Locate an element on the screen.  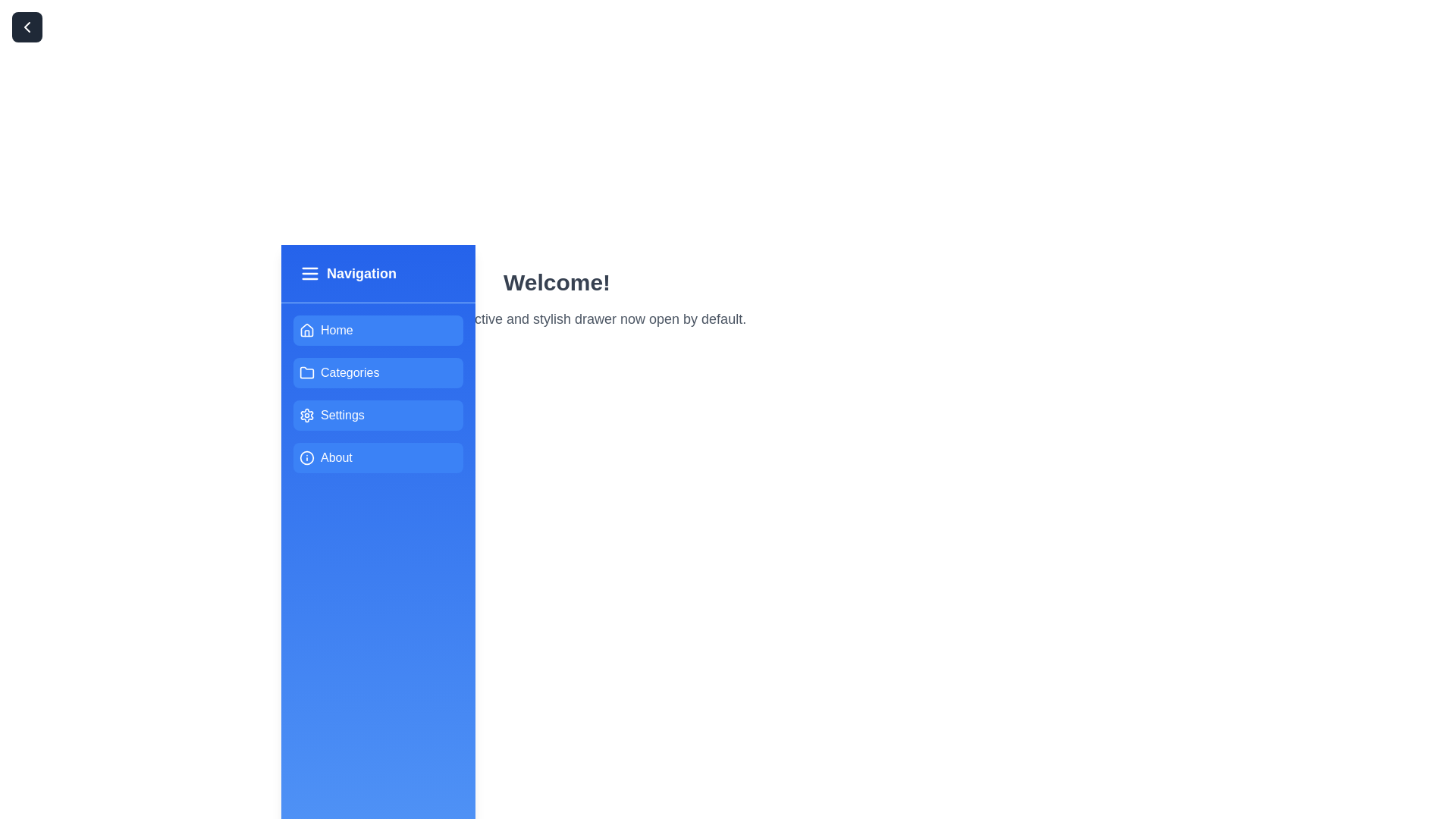
the left-pointing chevron icon within the button located at the top-left corner of the layout is located at coordinates (27, 27).